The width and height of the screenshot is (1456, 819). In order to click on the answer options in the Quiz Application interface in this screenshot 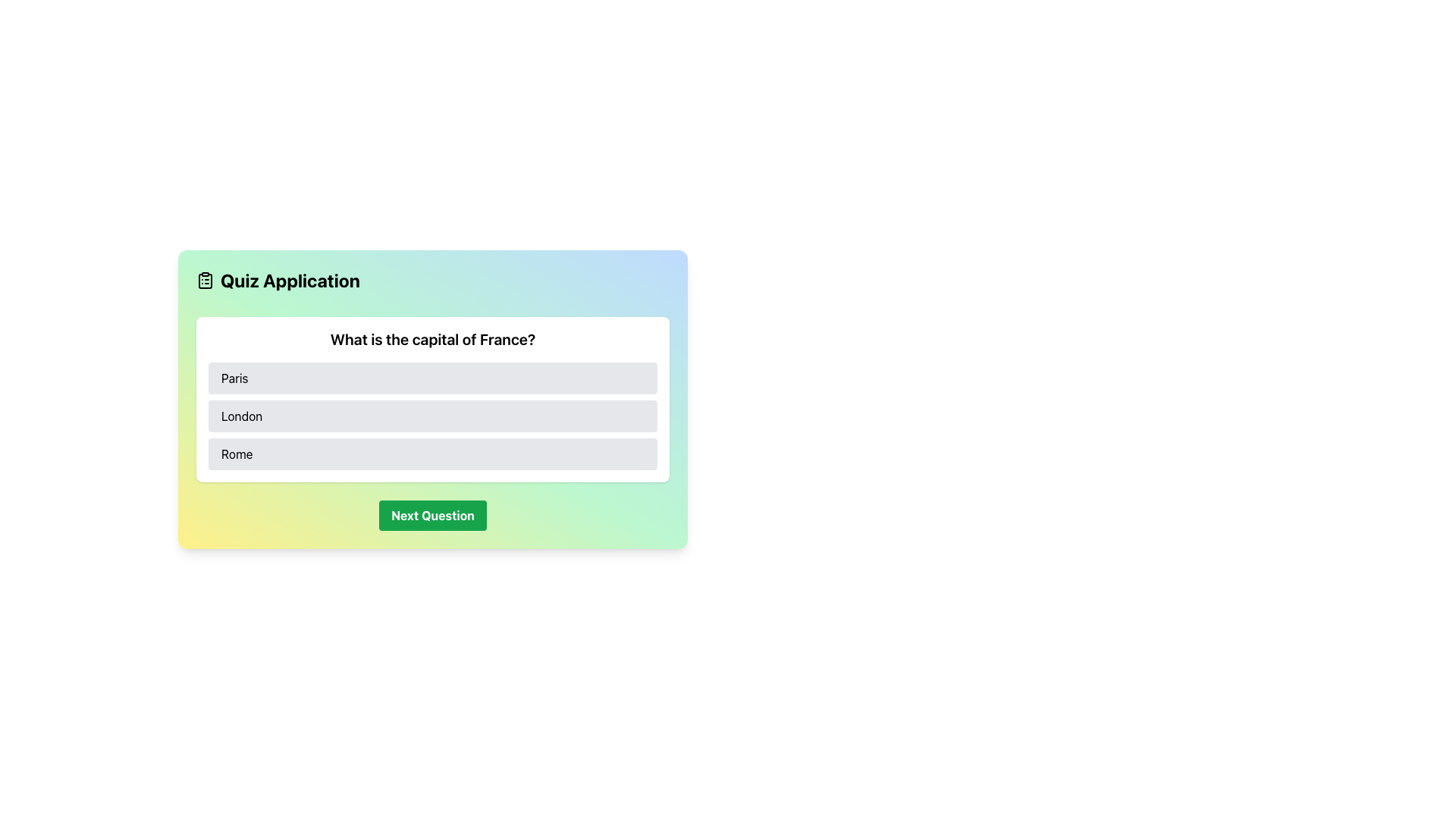, I will do `click(432, 399)`.